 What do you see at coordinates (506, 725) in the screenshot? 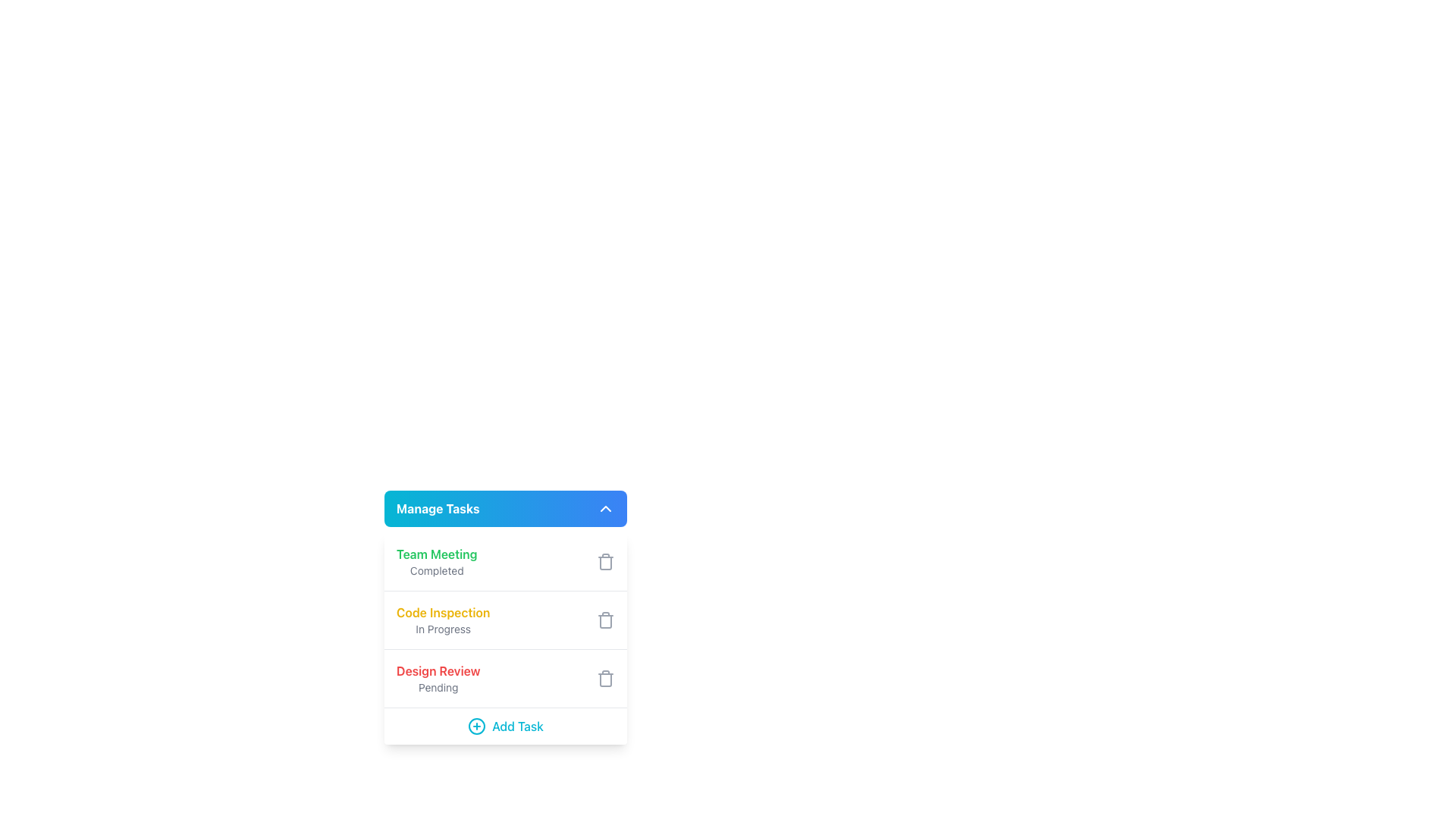
I see `the 'Add Task' button, which is styled with cyan text and a '+' icon, located at the bottom of the task list` at bounding box center [506, 725].